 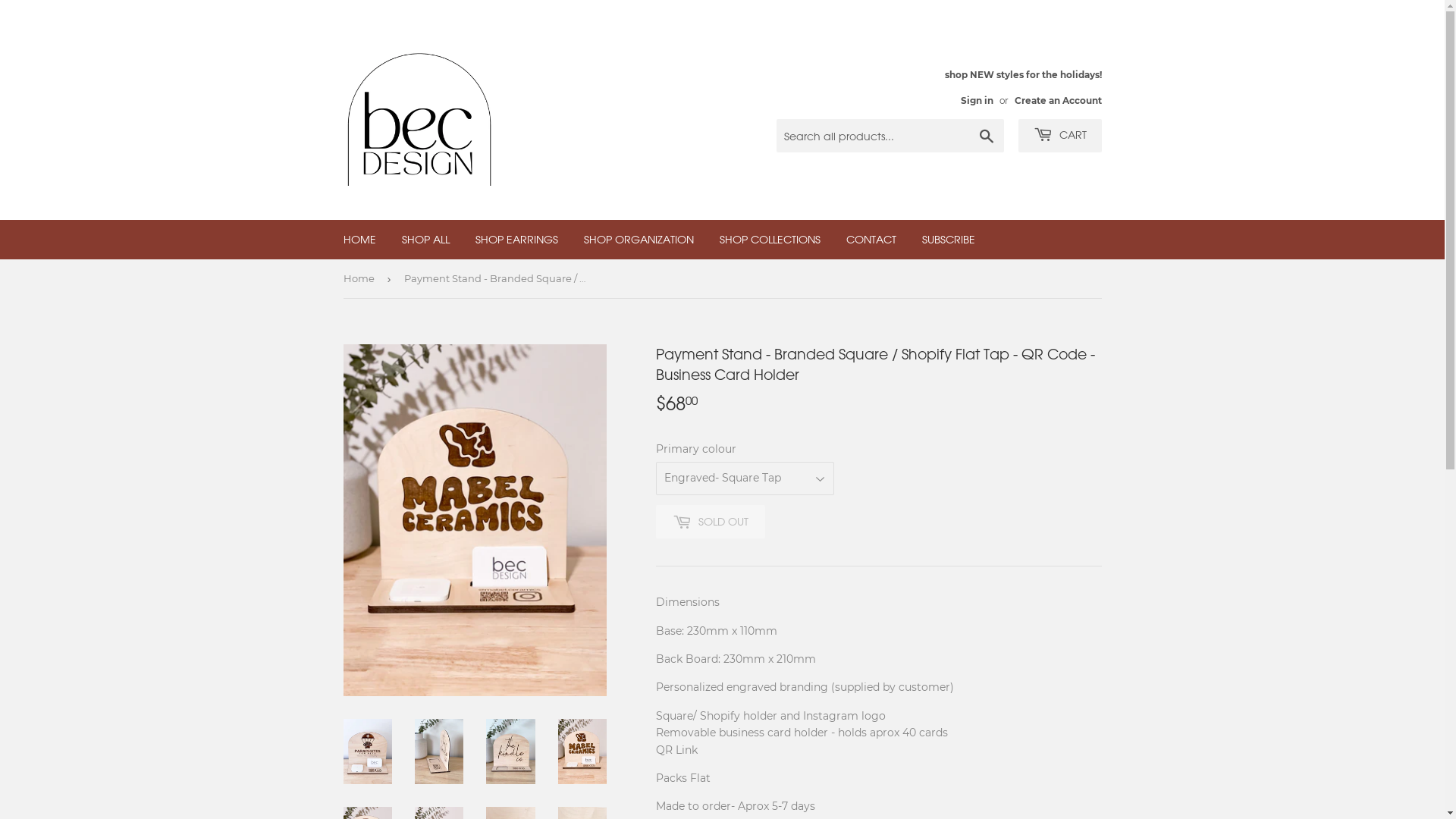 I want to click on 'Create an Account', so click(x=1057, y=100).